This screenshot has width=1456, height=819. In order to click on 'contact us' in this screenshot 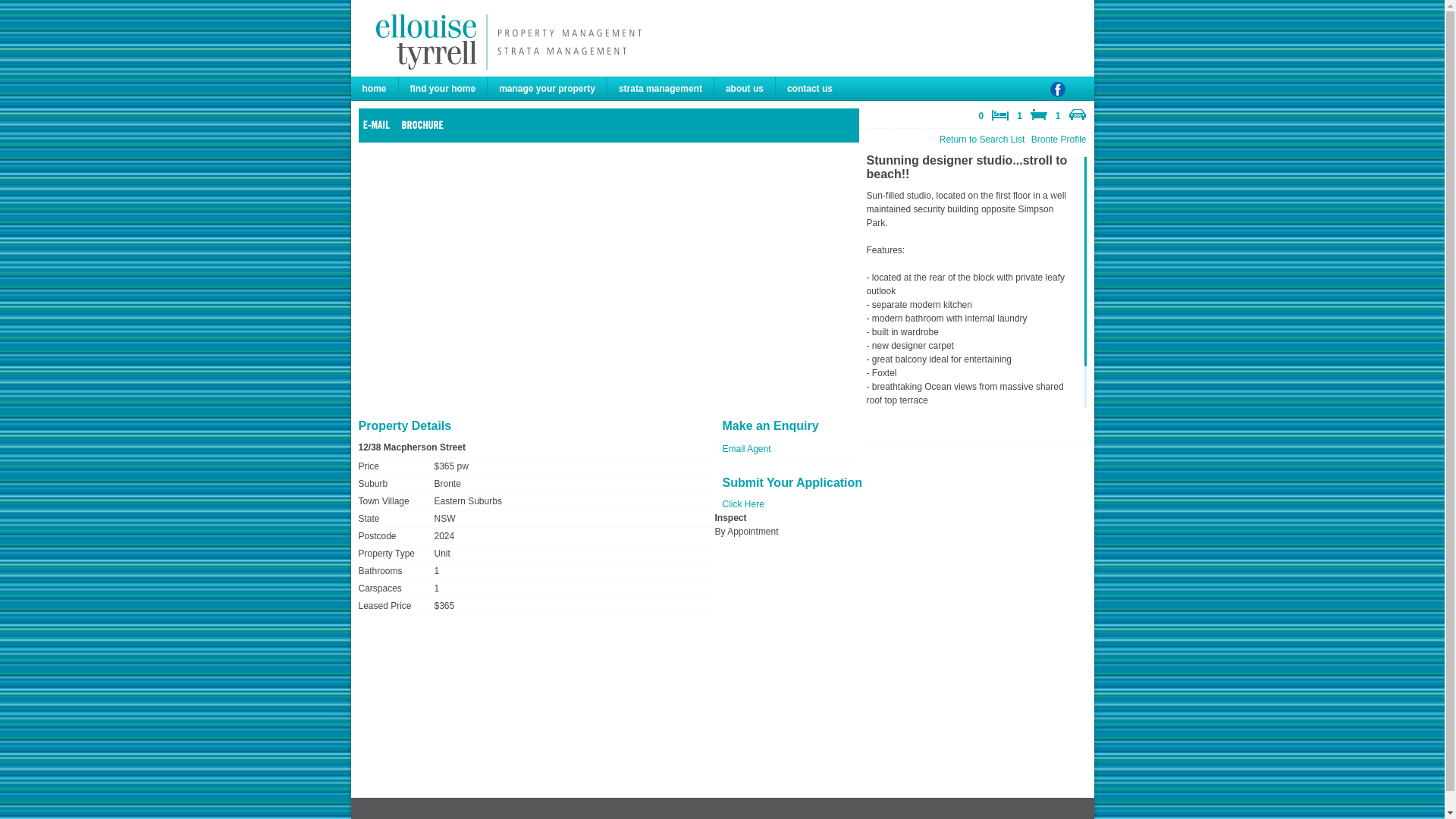, I will do `click(809, 88)`.